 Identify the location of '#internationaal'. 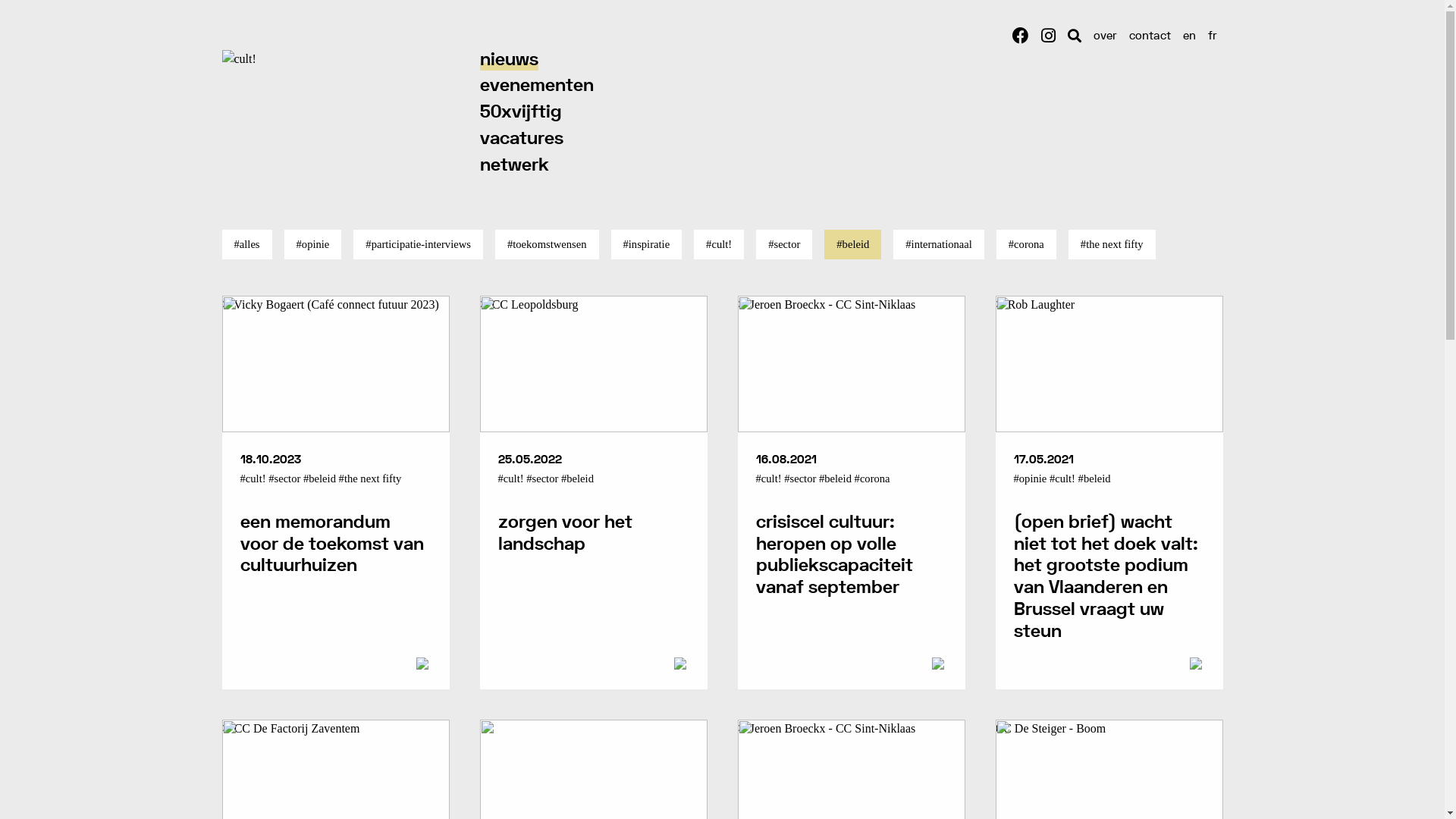
(938, 243).